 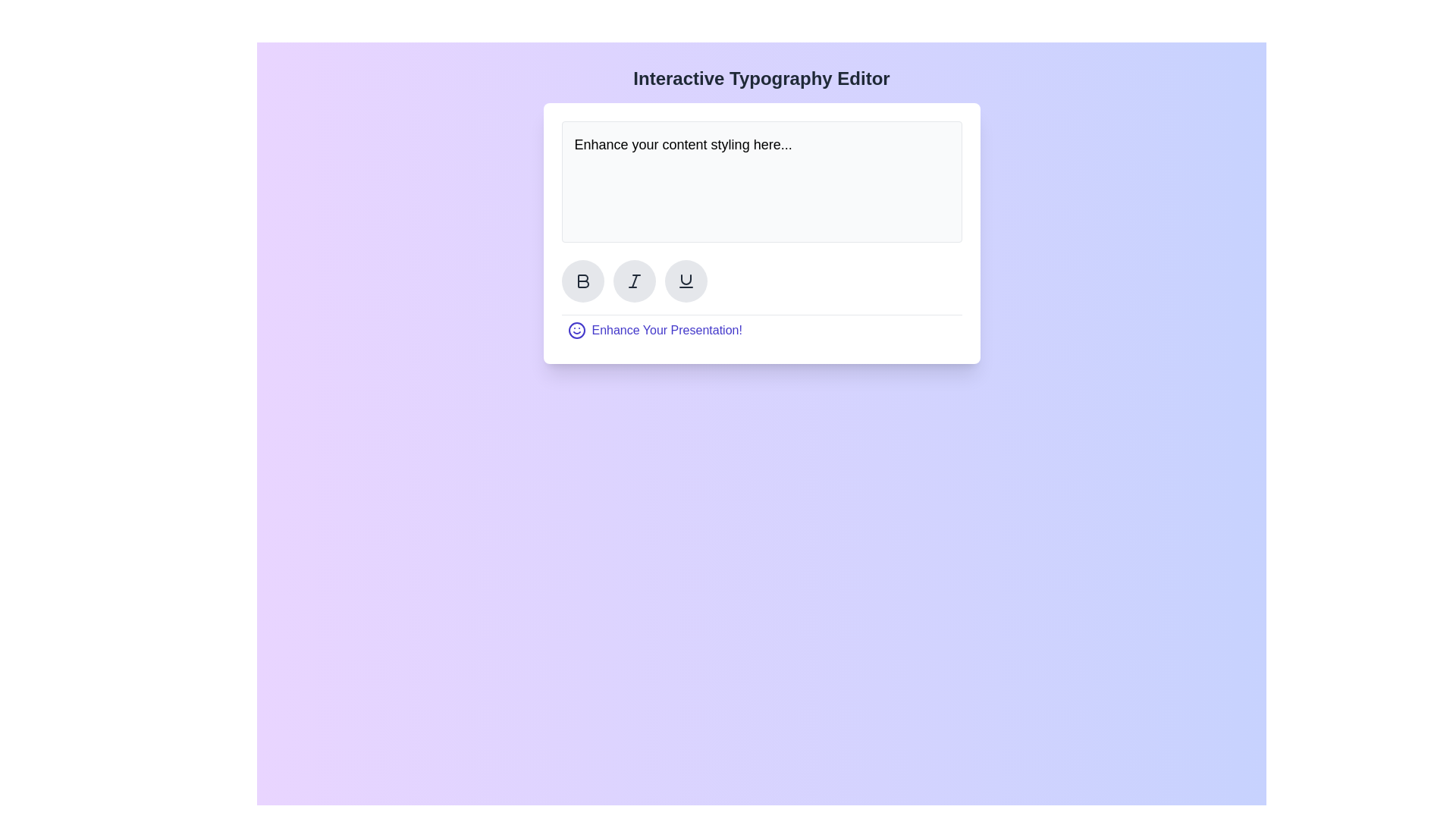 What do you see at coordinates (582, 281) in the screenshot?
I see `the circular button with a gray background and a bold 'B' icon, located at the top-left corner of the interactive toolbar in the Typography Editor` at bounding box center [582, 281].